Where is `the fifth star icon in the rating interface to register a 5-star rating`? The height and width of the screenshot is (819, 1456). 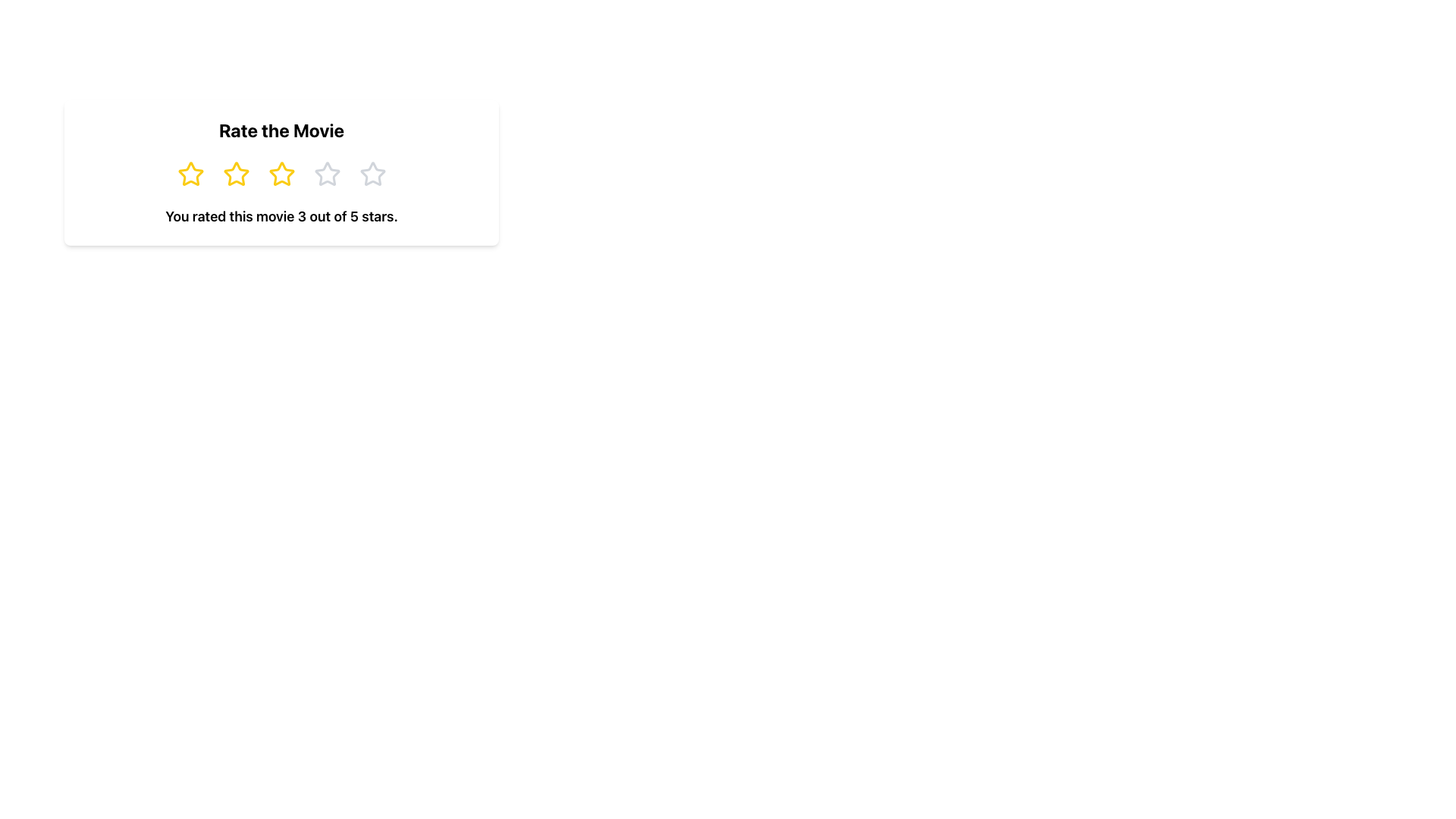
the fifth star icon in the rating interface to register a 5-star rating is located at coordinates (372, 174).